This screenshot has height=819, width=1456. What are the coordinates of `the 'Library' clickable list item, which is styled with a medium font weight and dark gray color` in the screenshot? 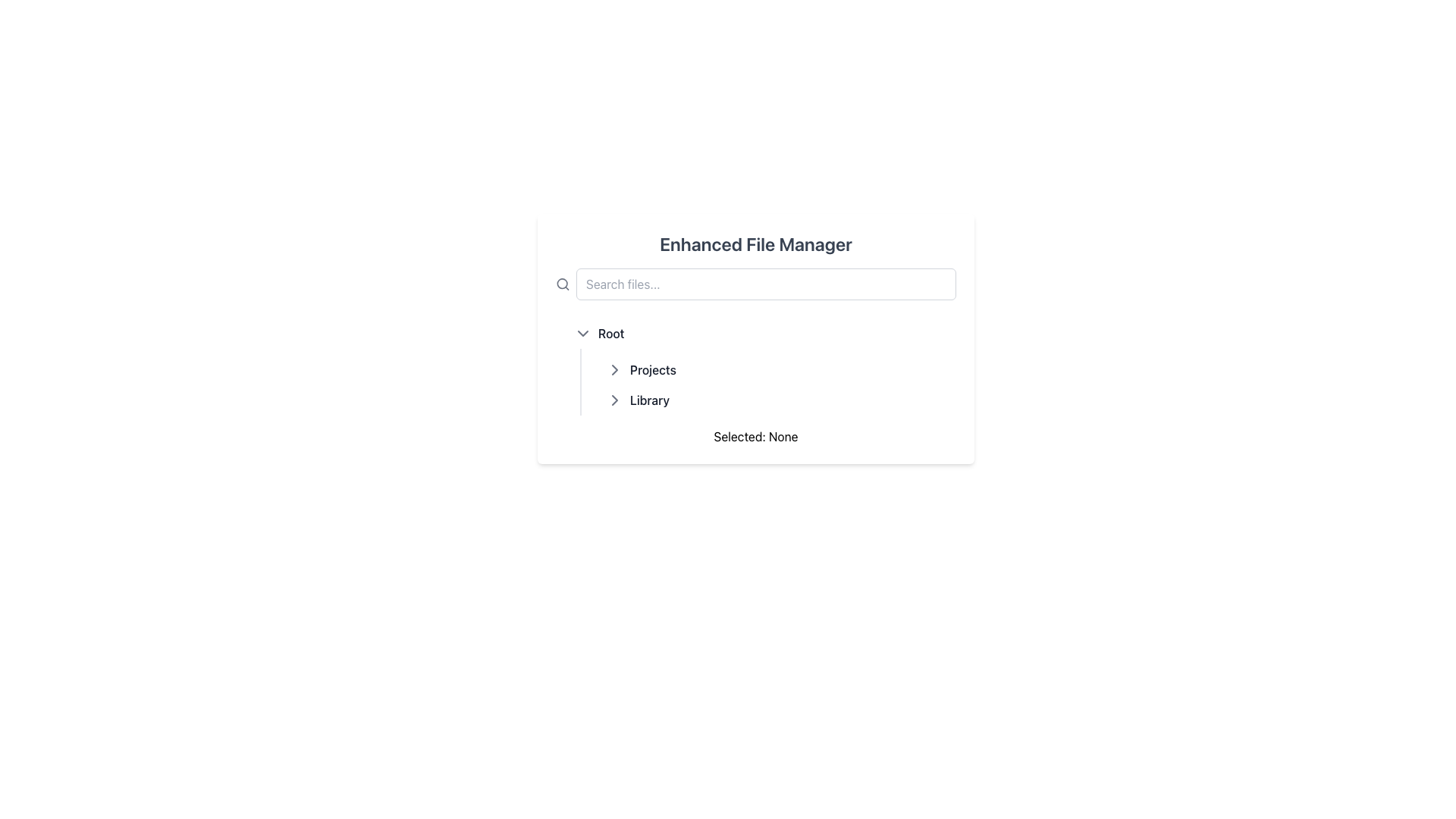 It's located at (778, 400).